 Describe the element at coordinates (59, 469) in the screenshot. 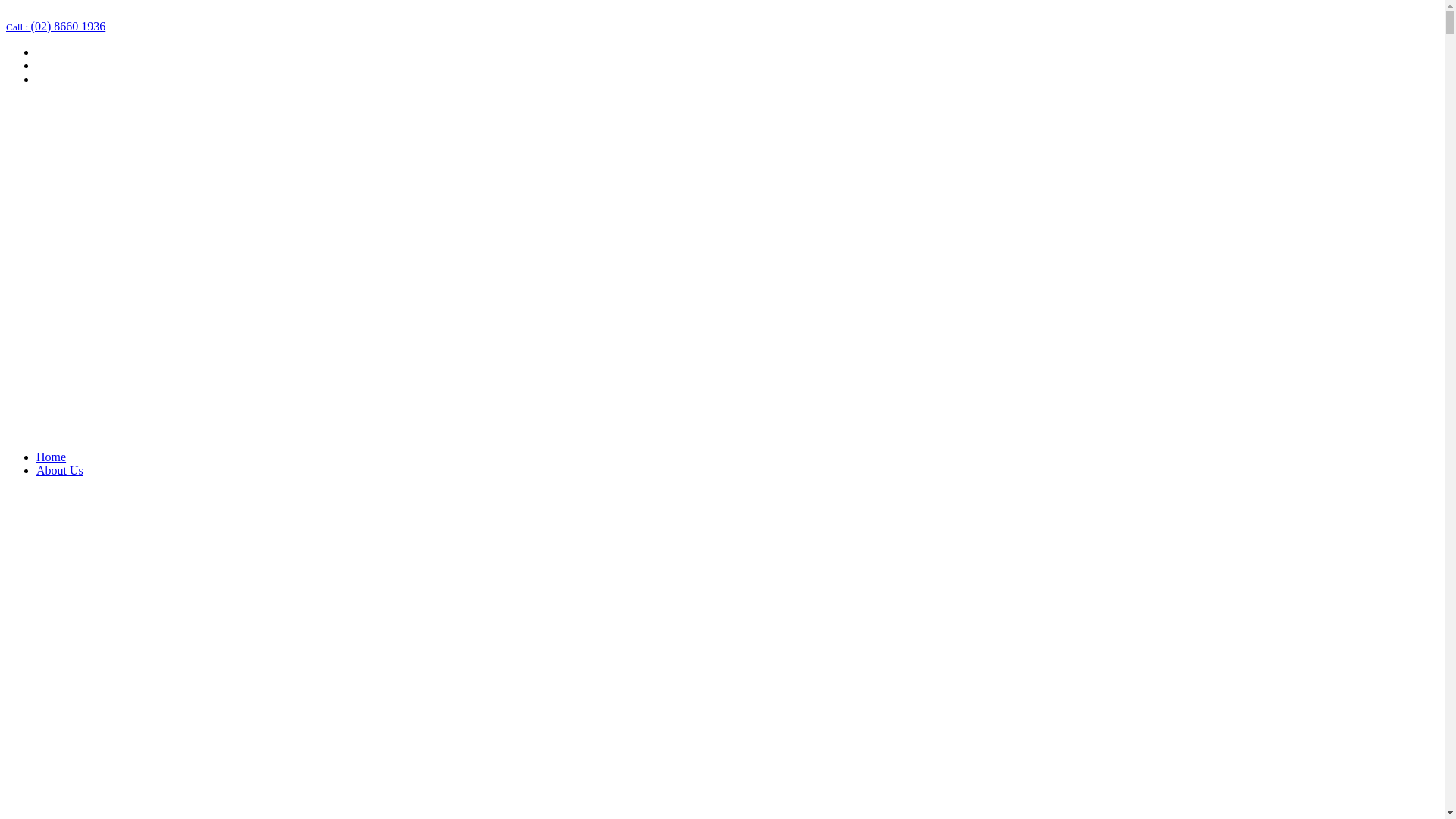

I see `'About Us'` at that location.